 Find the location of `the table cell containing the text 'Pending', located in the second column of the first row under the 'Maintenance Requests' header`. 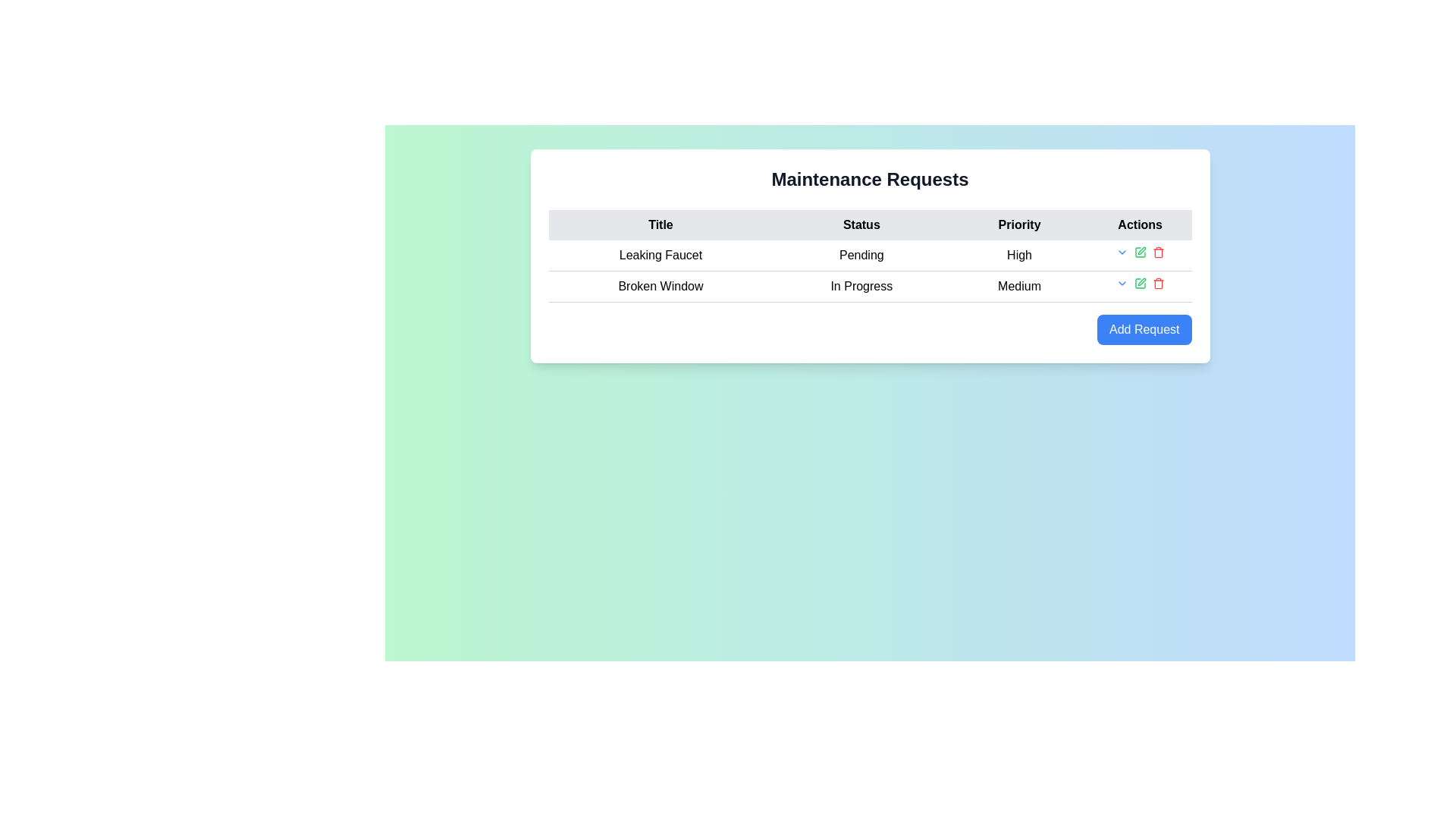

the table cell containing the text 'Pending', located in the second column of the first row under the 'Maintenance Requests' header is located at coordinates (870, 255).